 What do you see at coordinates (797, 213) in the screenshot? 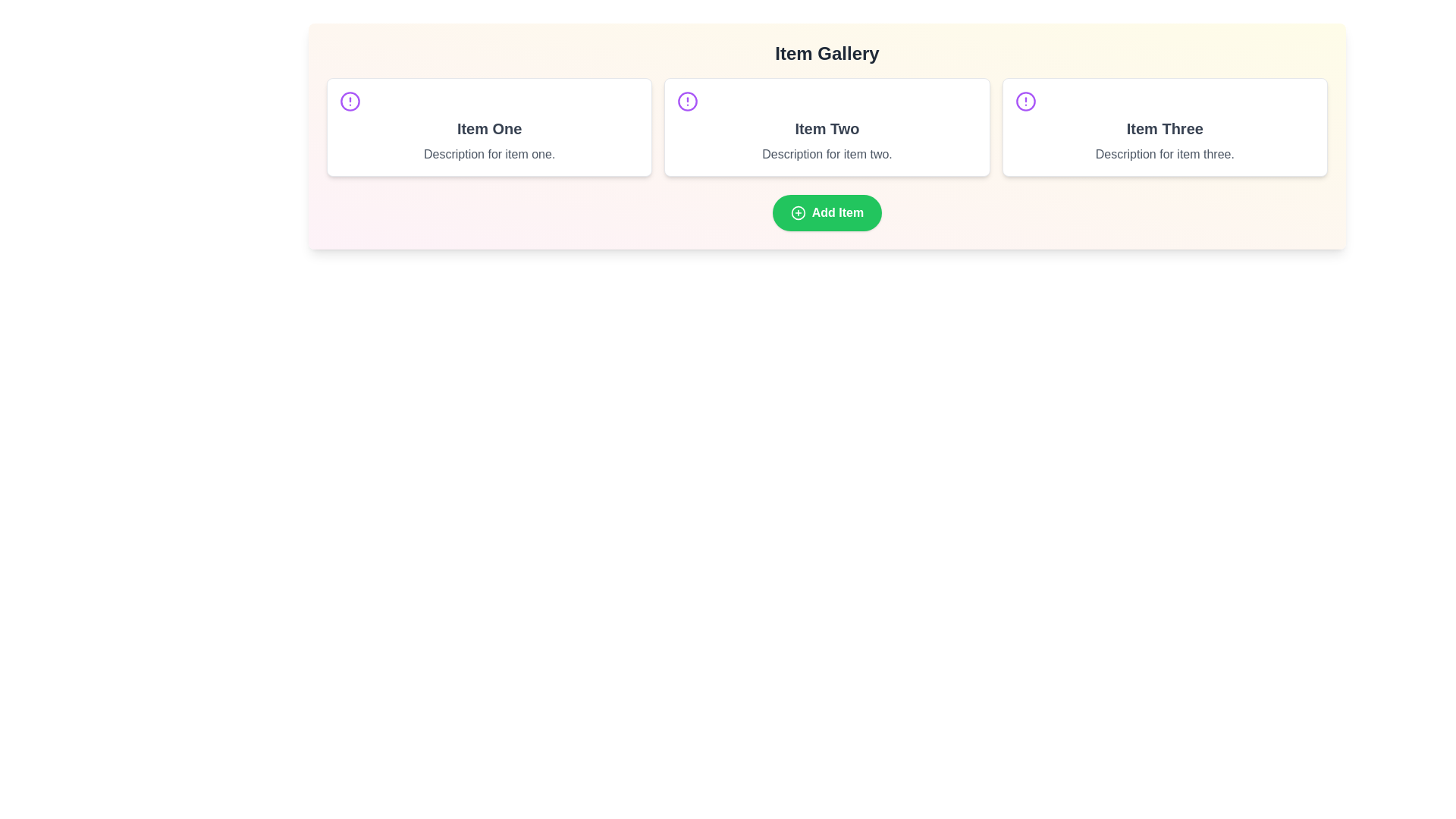
I see `the circle element within the green button labeled 'Add Item', which is part of a 'plus' icon located at the center-bottom of the main interface` at bounding box center [797, 213].